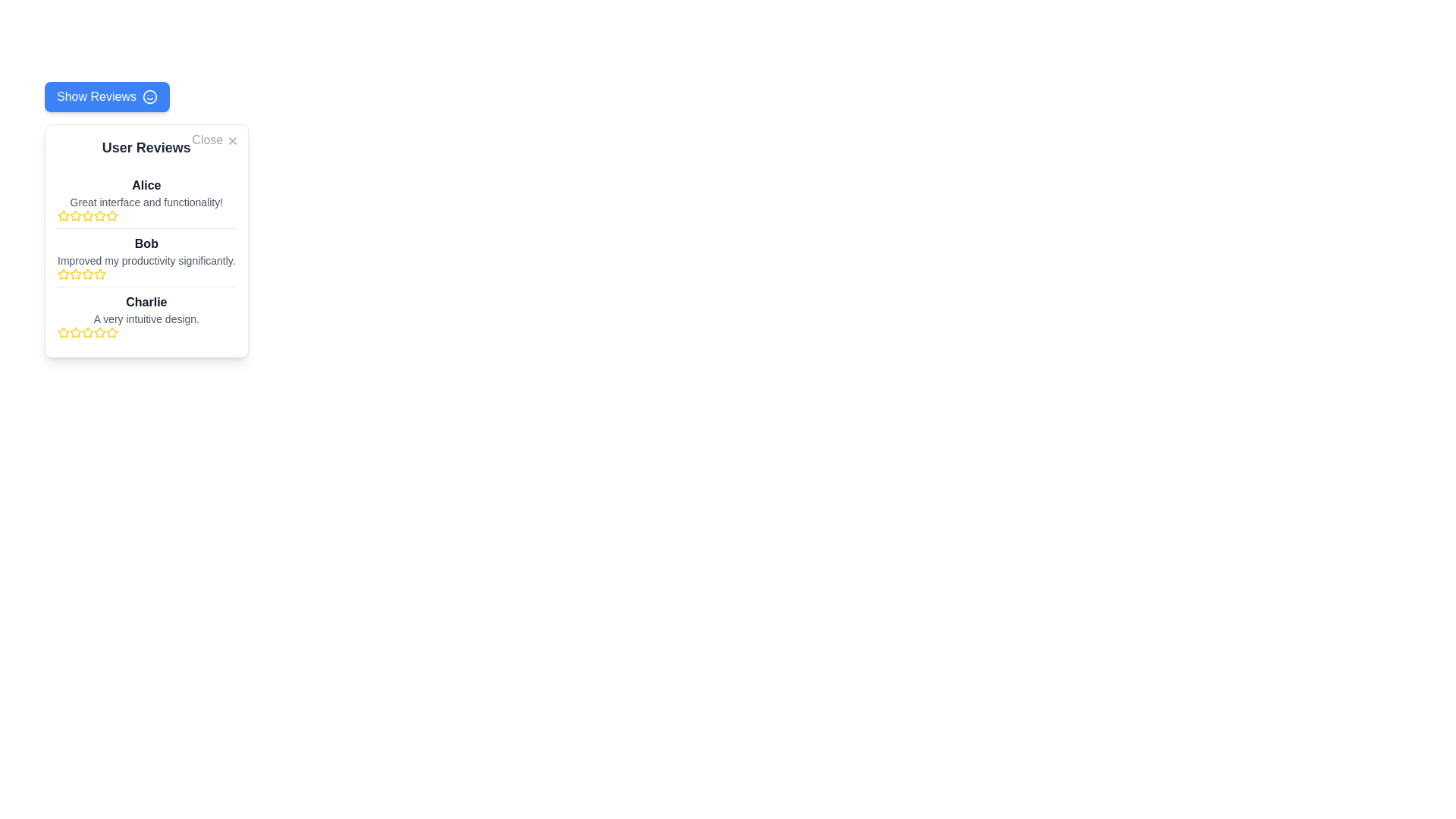  What do you see at coordinates (149, 96) in the screenshot?
I see `the circular graphic within the 'Show Reviews' button, which features a smiling face icon, to enhance user recognition of its function` at bounding box center [149, 96].